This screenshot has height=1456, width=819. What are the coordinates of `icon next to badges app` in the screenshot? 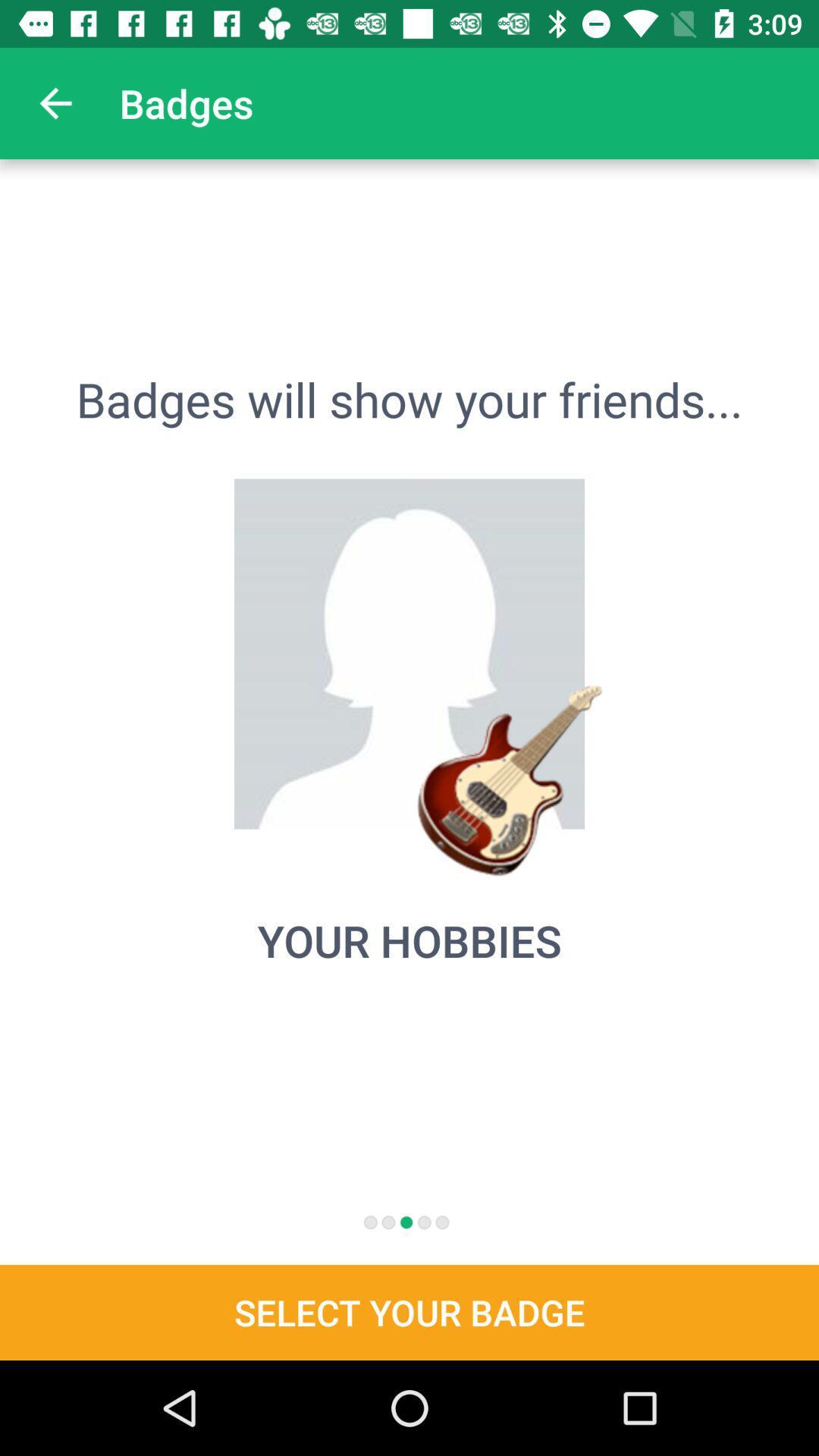 It's located at (55, 102).